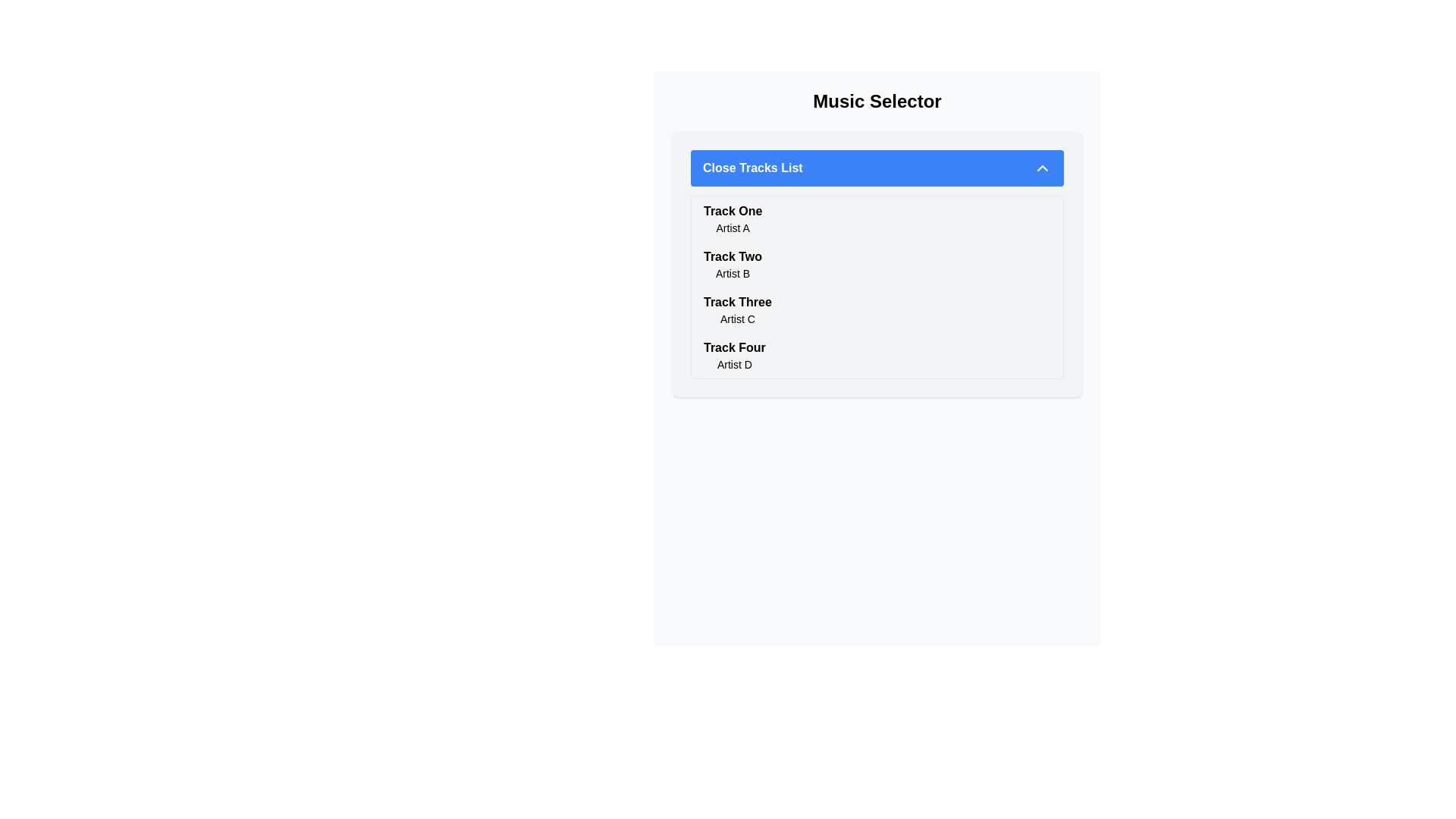 The image size is (1456, 819). I want to click on the first track selection item in the list, located beneath the 'Close Tracks List' header, so click(733, 219).